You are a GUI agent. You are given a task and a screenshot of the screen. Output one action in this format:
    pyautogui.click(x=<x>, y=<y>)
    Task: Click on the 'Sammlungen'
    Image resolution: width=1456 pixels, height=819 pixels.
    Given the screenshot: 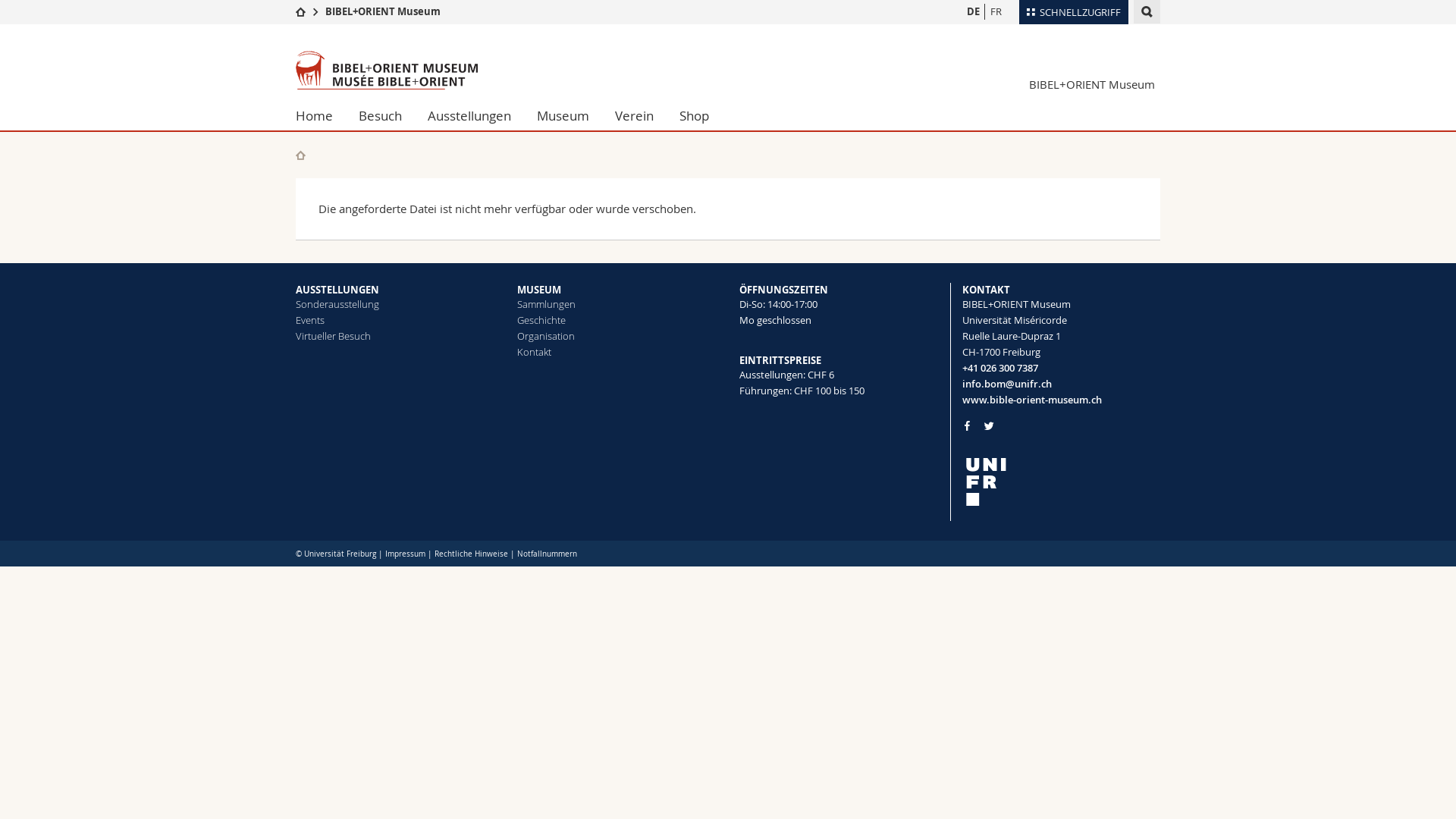 What is the action you would take?
    pyautogui.click(x=546, y=304)
    